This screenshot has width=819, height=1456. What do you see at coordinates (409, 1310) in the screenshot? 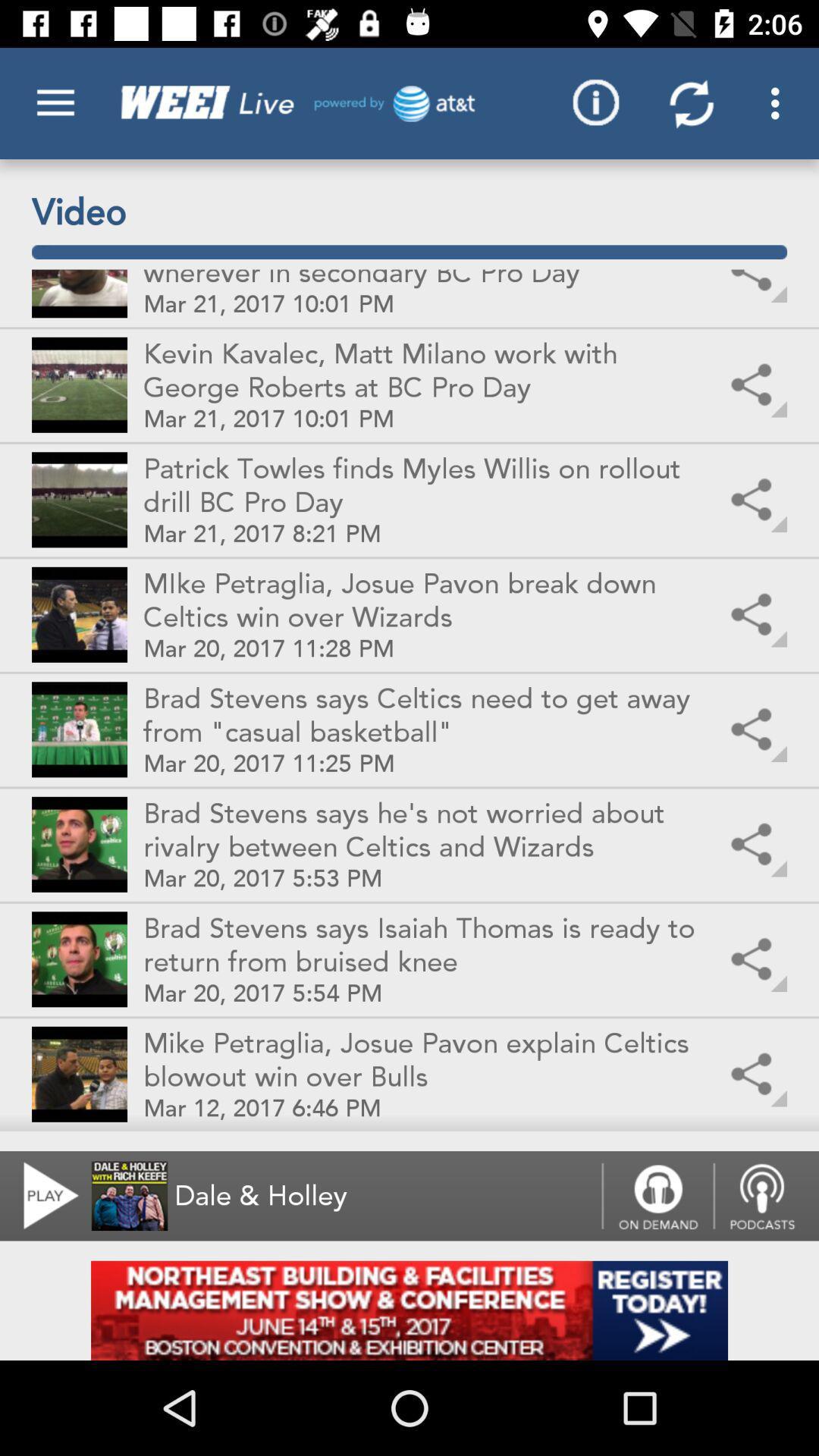
I see `the advertisement option` at bounding box center [409, 1310].